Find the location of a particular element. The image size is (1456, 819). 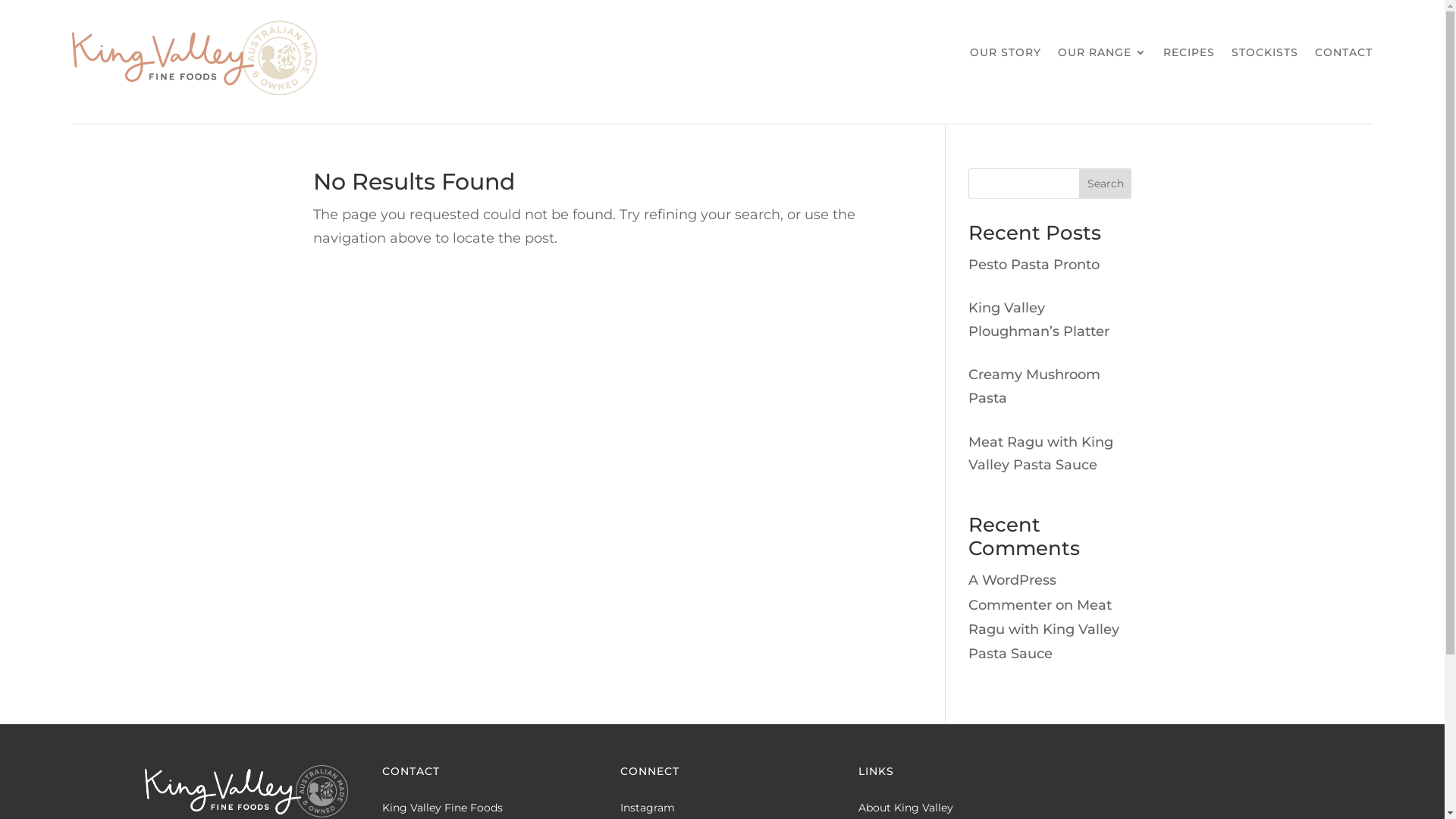

'STOCKISTS' is located at coordinates (1265, 55).